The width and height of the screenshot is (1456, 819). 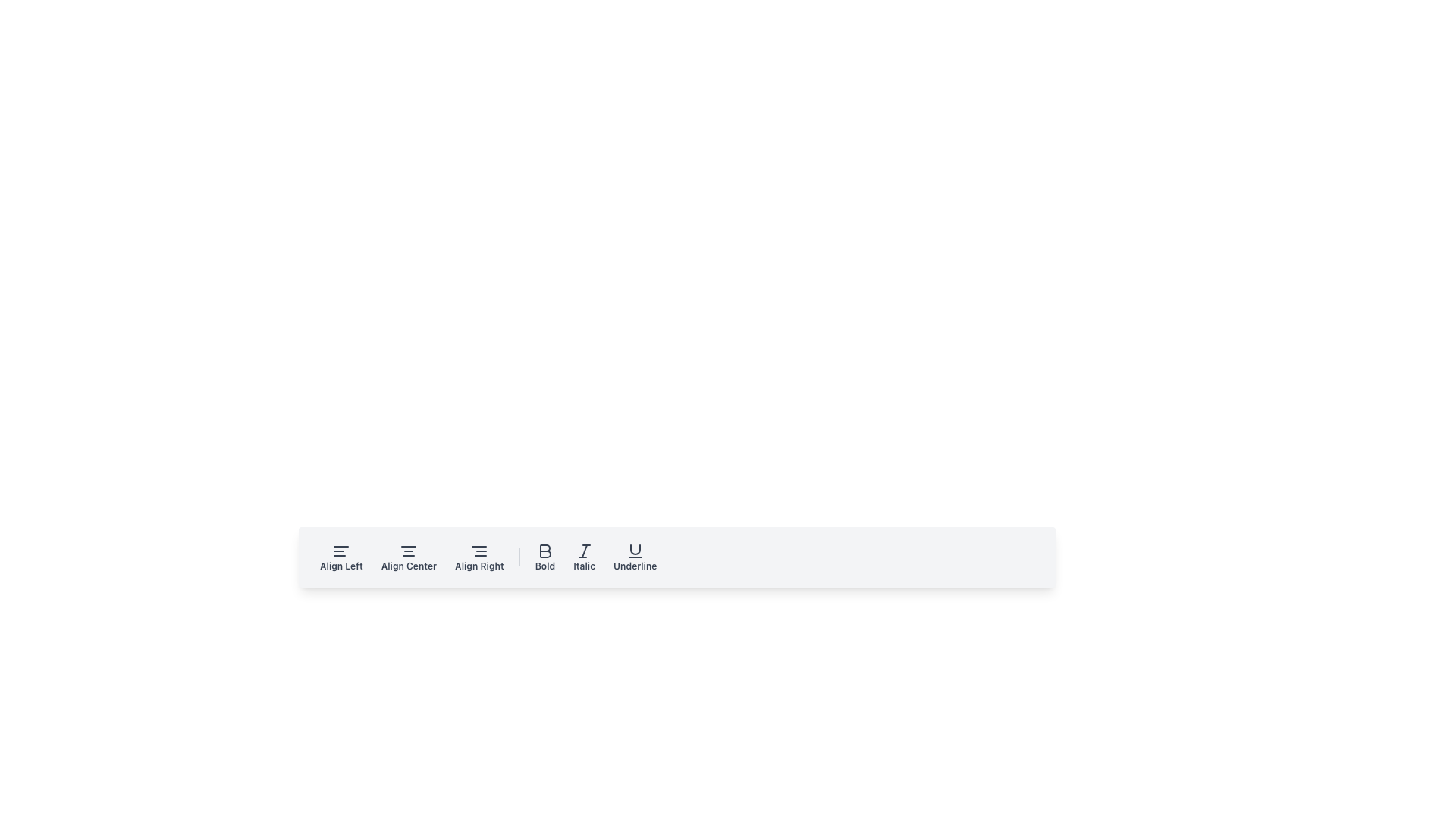 What do you see at coordinates (583, 566) in the screenshot?
I see `the text label UI component that identifies the Italic formatting option, located near the bottom bar of the layout` at bounding box center [583, 566].